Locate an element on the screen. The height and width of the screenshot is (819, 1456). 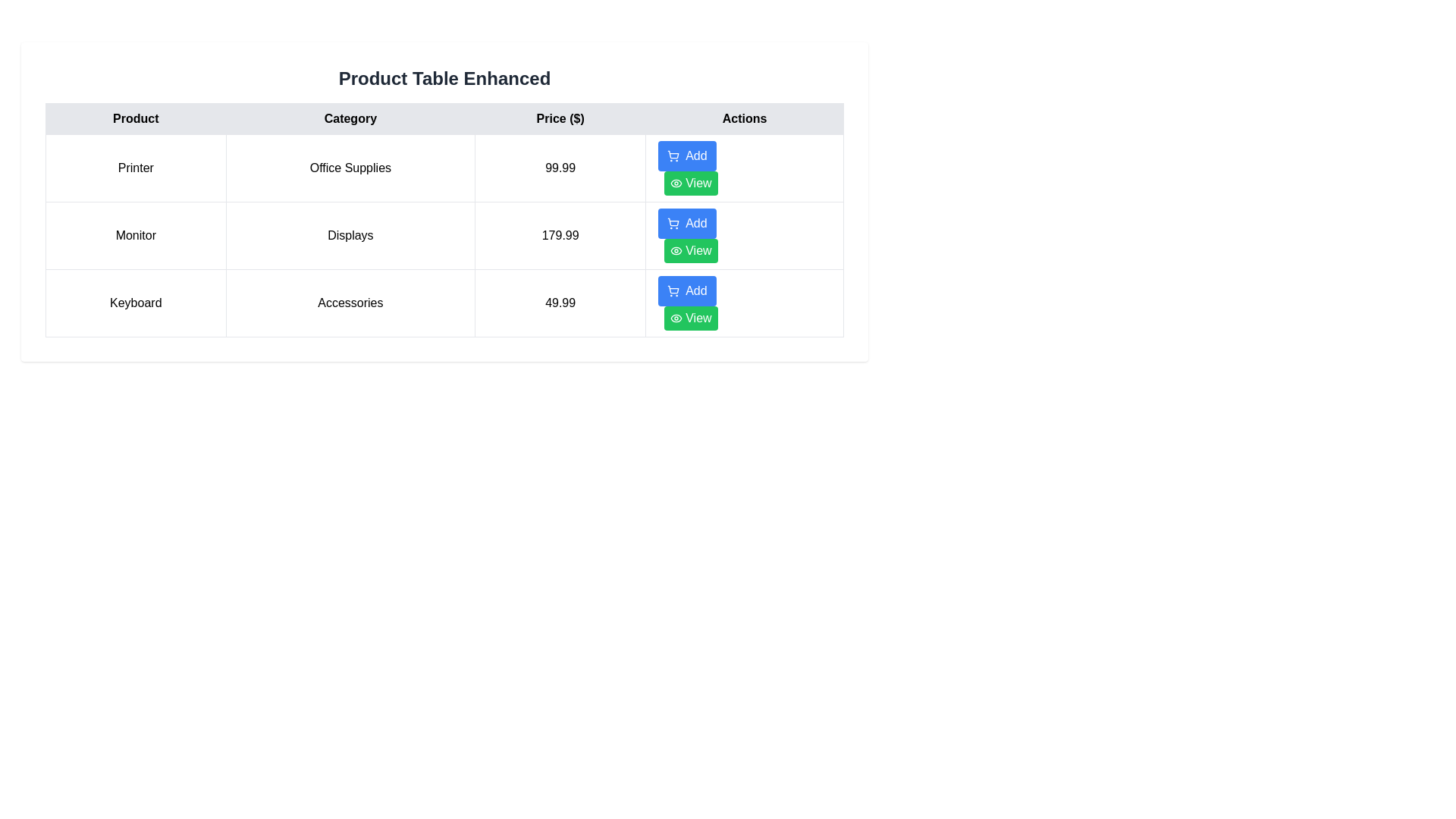
the third row of the product table that displays details and interactive options for adding items to the cart or viewing their details is located at coordinates (444, 303).